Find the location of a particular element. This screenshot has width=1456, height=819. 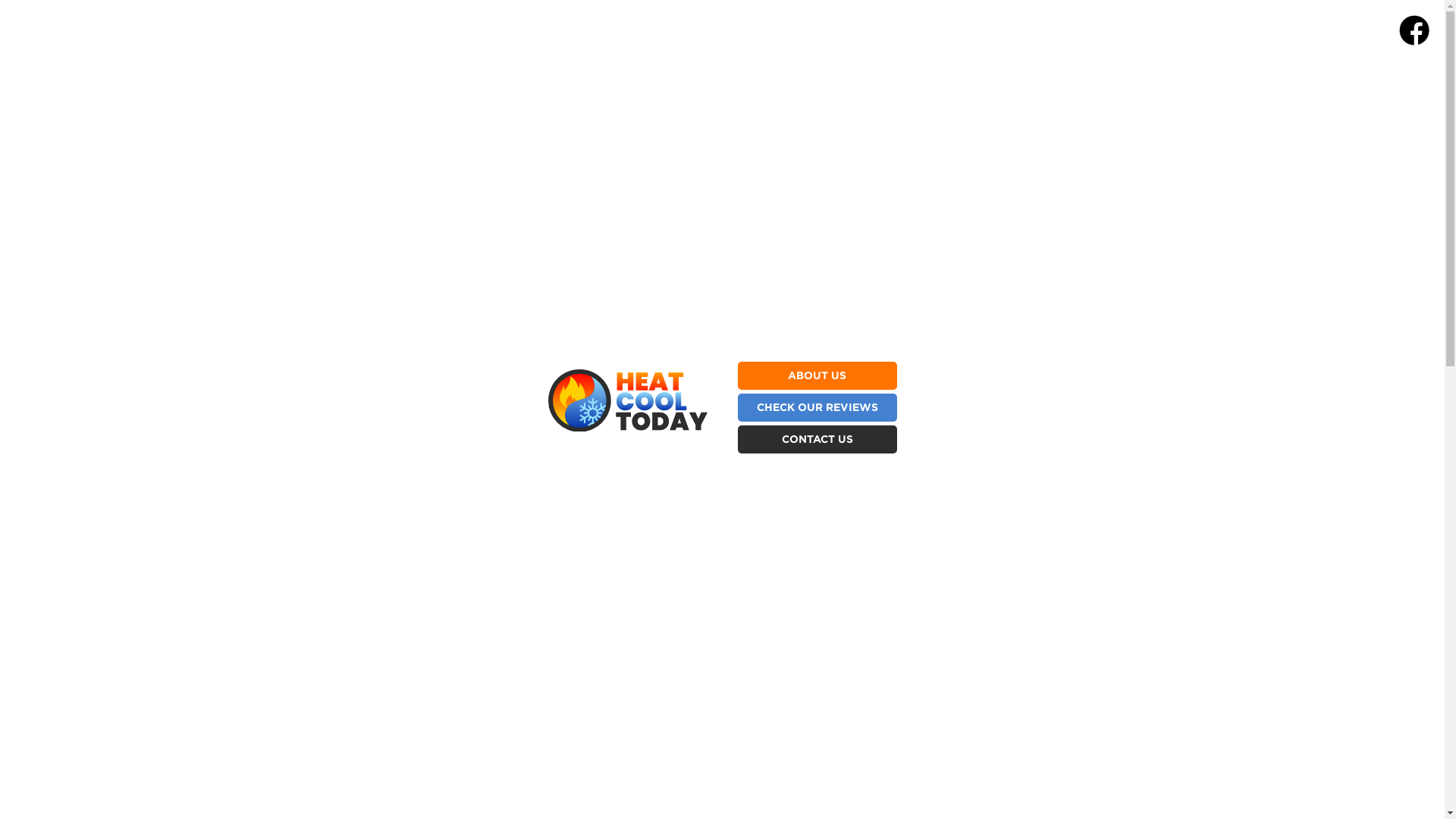

'ABOUT US' is located at coordinates (816, 375).